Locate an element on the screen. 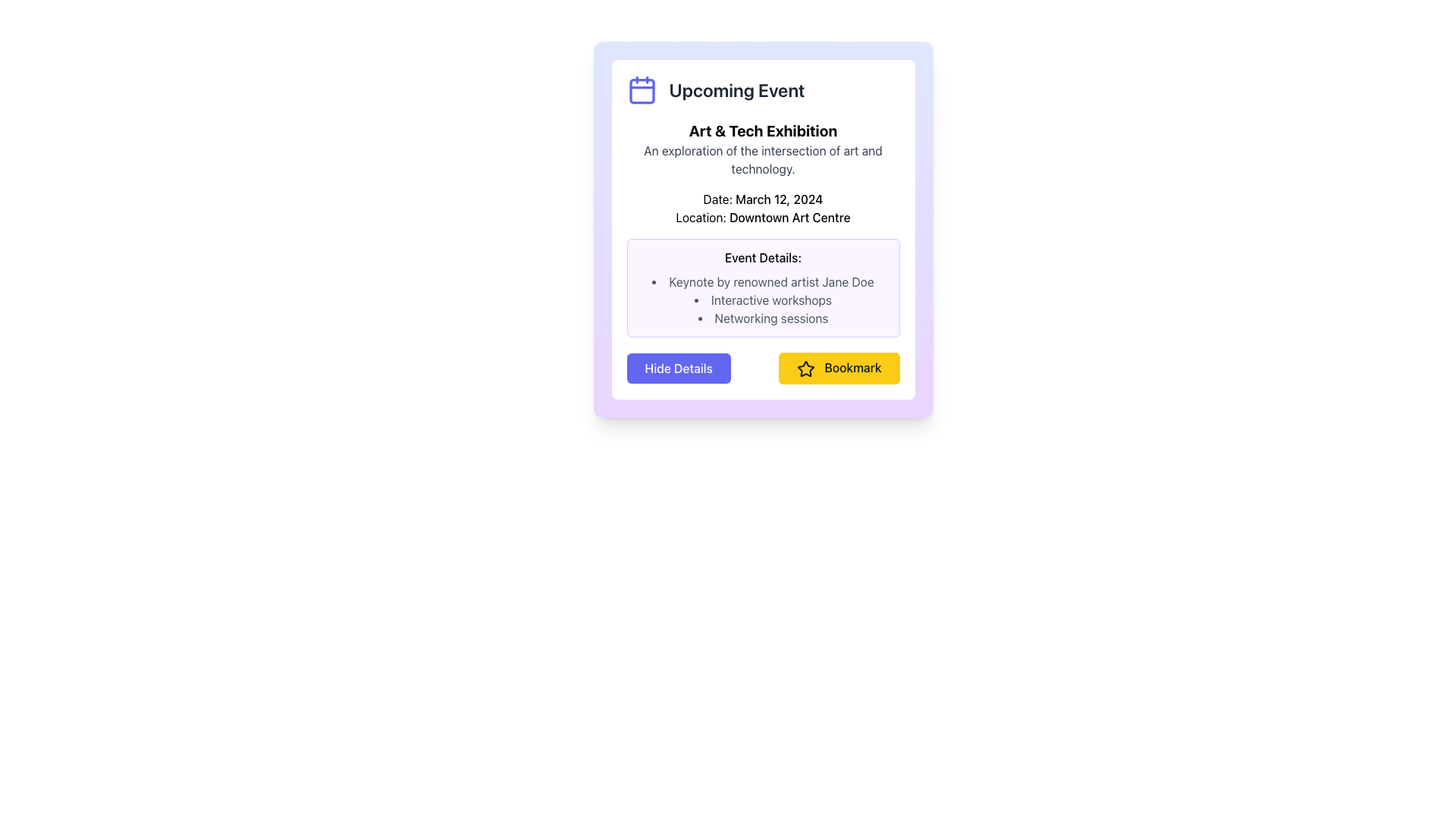 This screenshot has height=819, width=1456. the Text display element that shows 'Art & Tech Exhibition' and its description 'An exploration of the intersection of art and technology.' located within the 'Upcoming Event' group is located at coordinates (763, 149).